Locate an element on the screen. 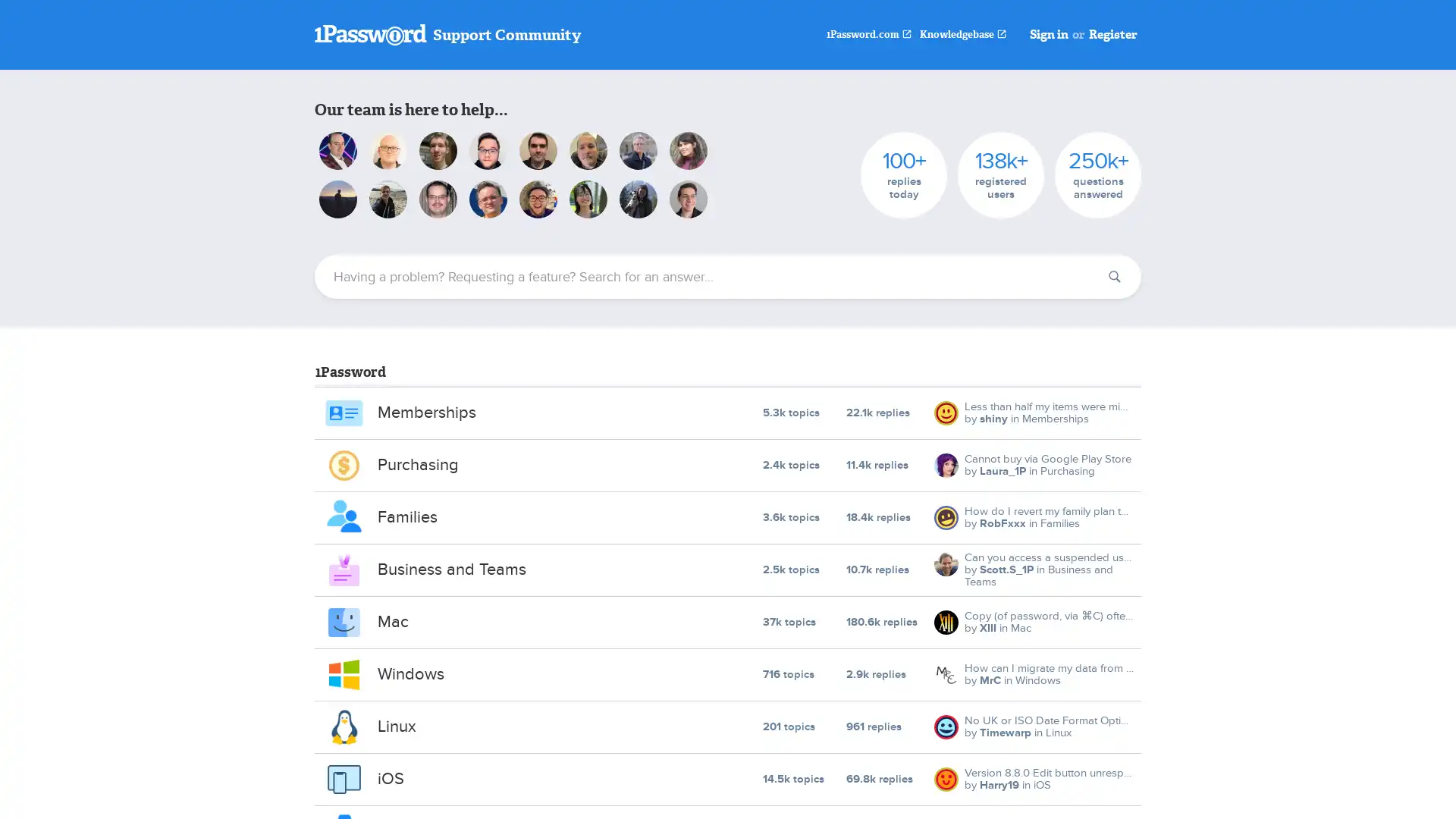 The height and width of the screenshot is (819, 1456). Go is located at coordinates (1114, 277).